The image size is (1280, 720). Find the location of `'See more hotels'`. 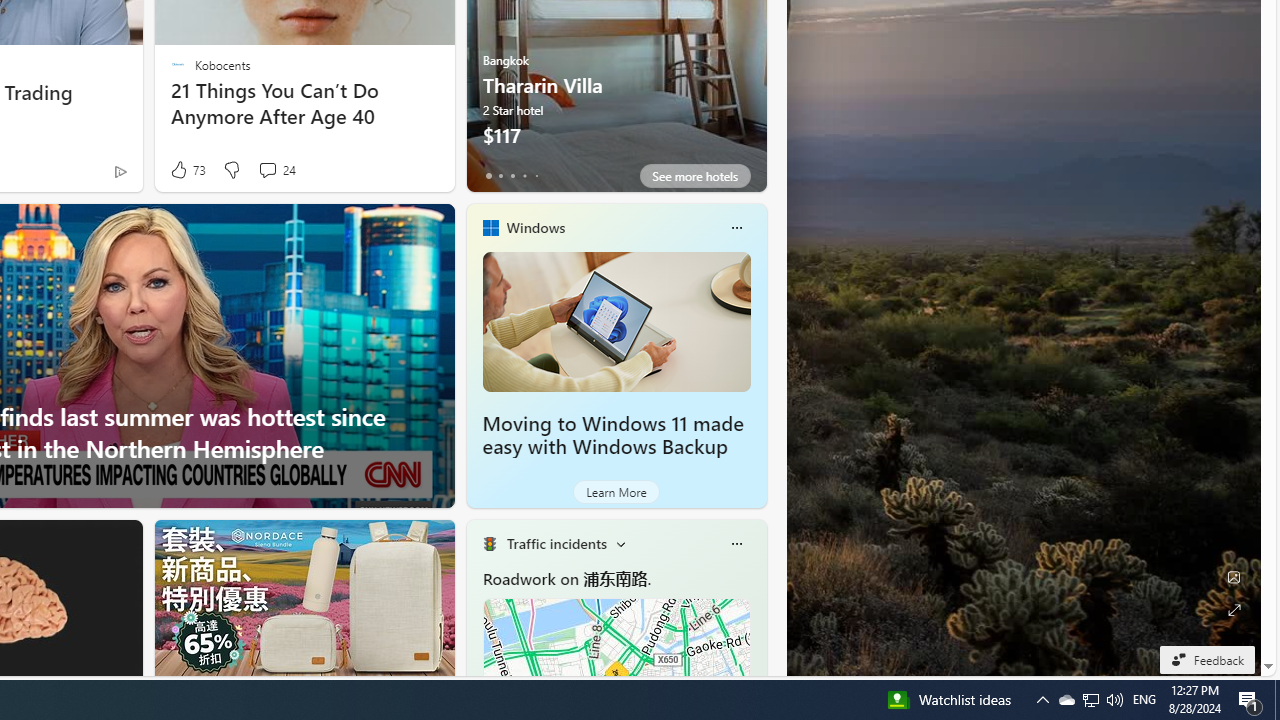

'See more hotels' is located at coordinates (695, 175).